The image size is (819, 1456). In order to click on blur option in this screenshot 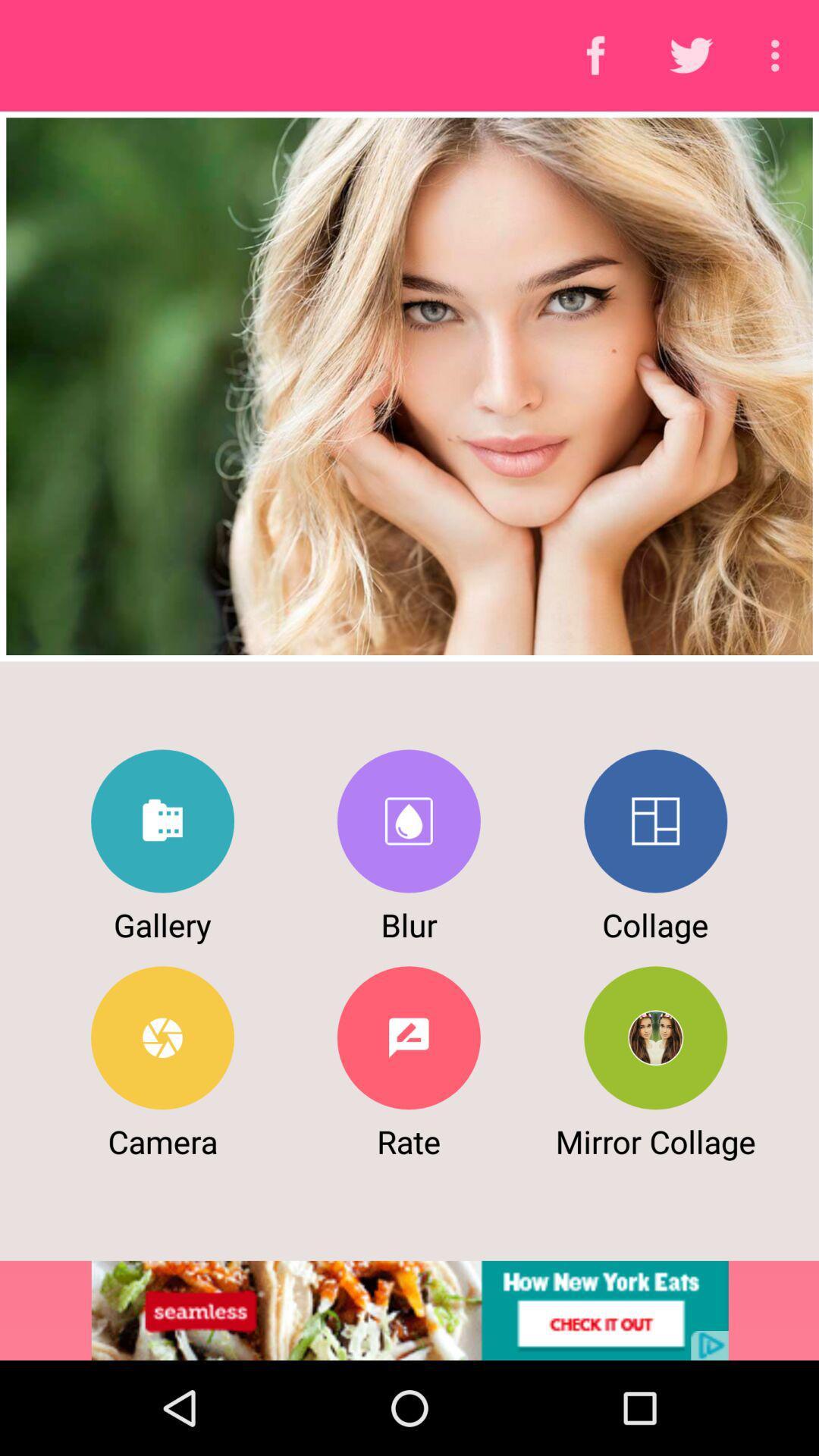, I will do `click(408, 821)`.